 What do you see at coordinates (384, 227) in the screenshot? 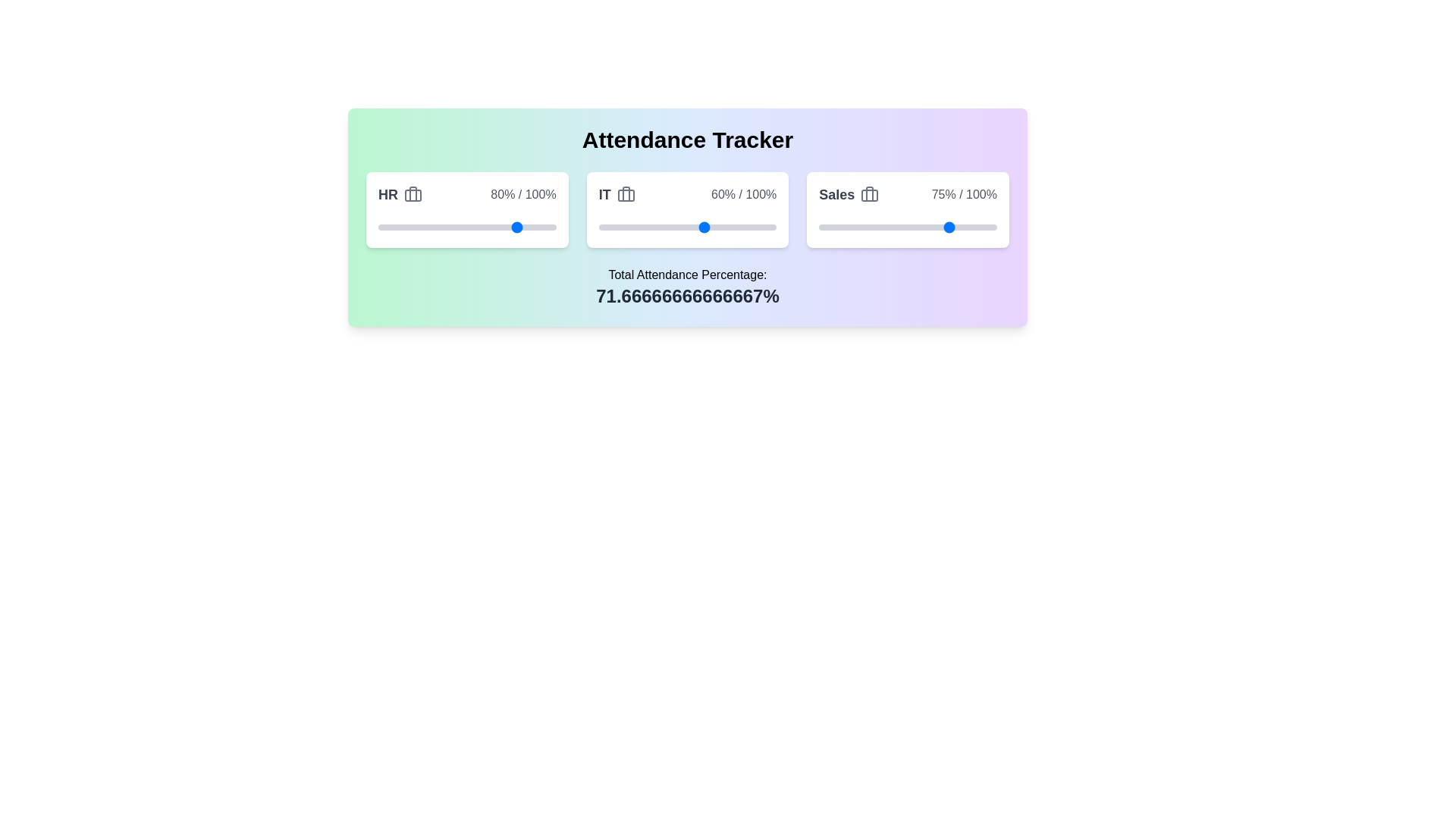
I see `the HR slider` at bounding box center [384, 227].